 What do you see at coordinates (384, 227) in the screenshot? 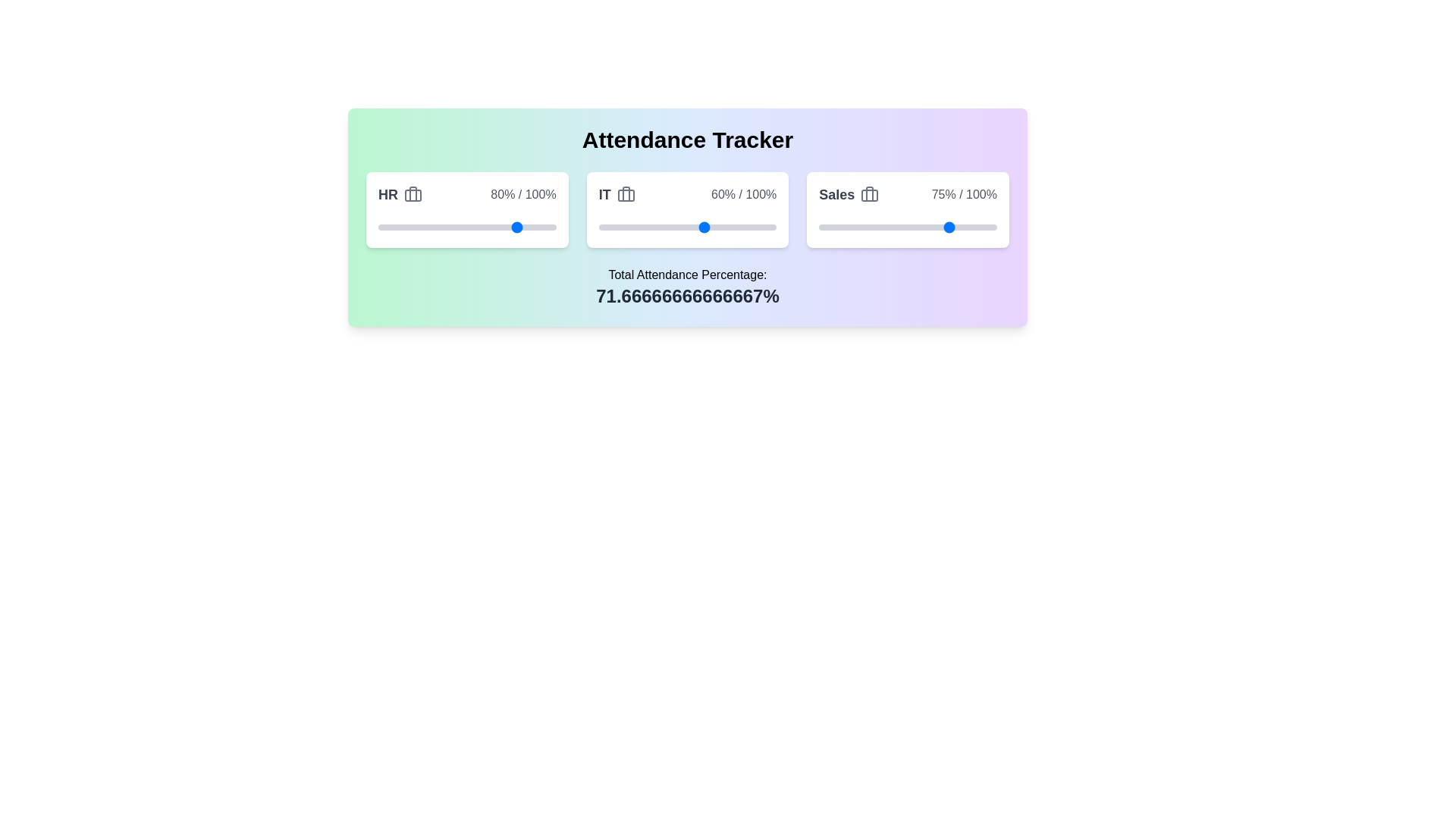
I see `the HR slider` at bounding box center [384, 227].